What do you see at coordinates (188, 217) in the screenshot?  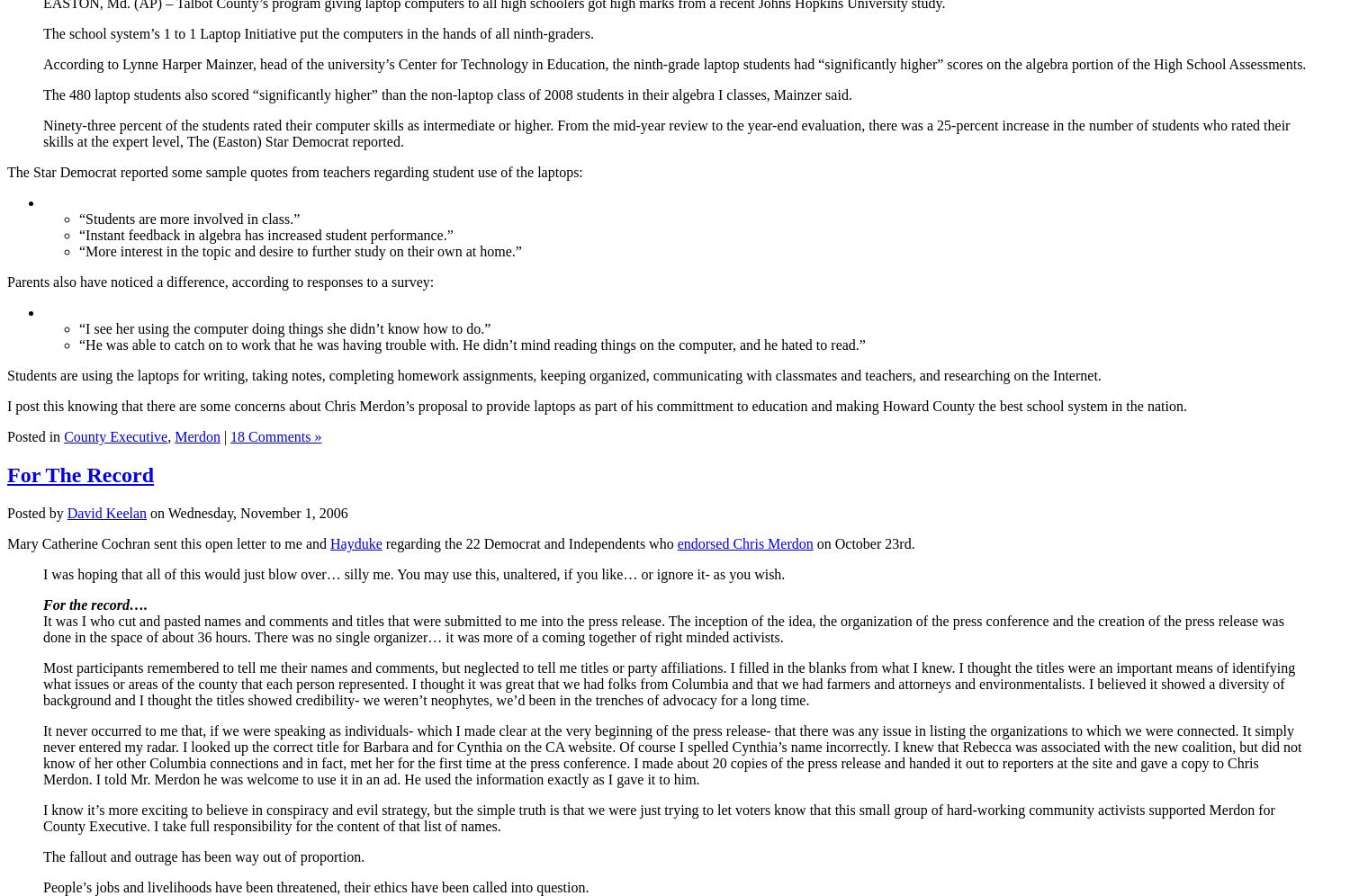 I see `'“Students are more involved in class.”'` at bounding box center [188, 217].